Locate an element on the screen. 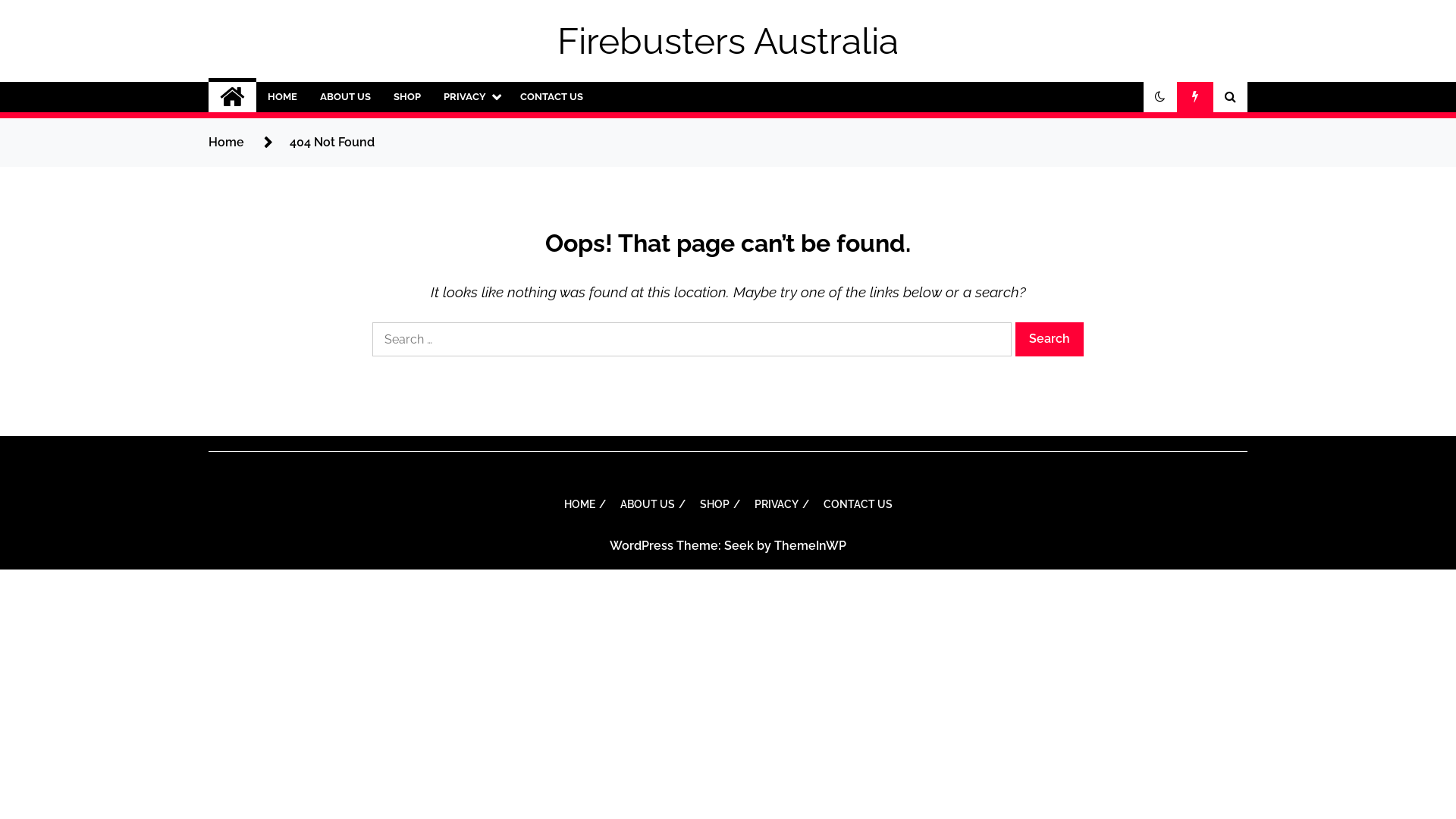  'SHOP' is located at coordinates (716, 504).